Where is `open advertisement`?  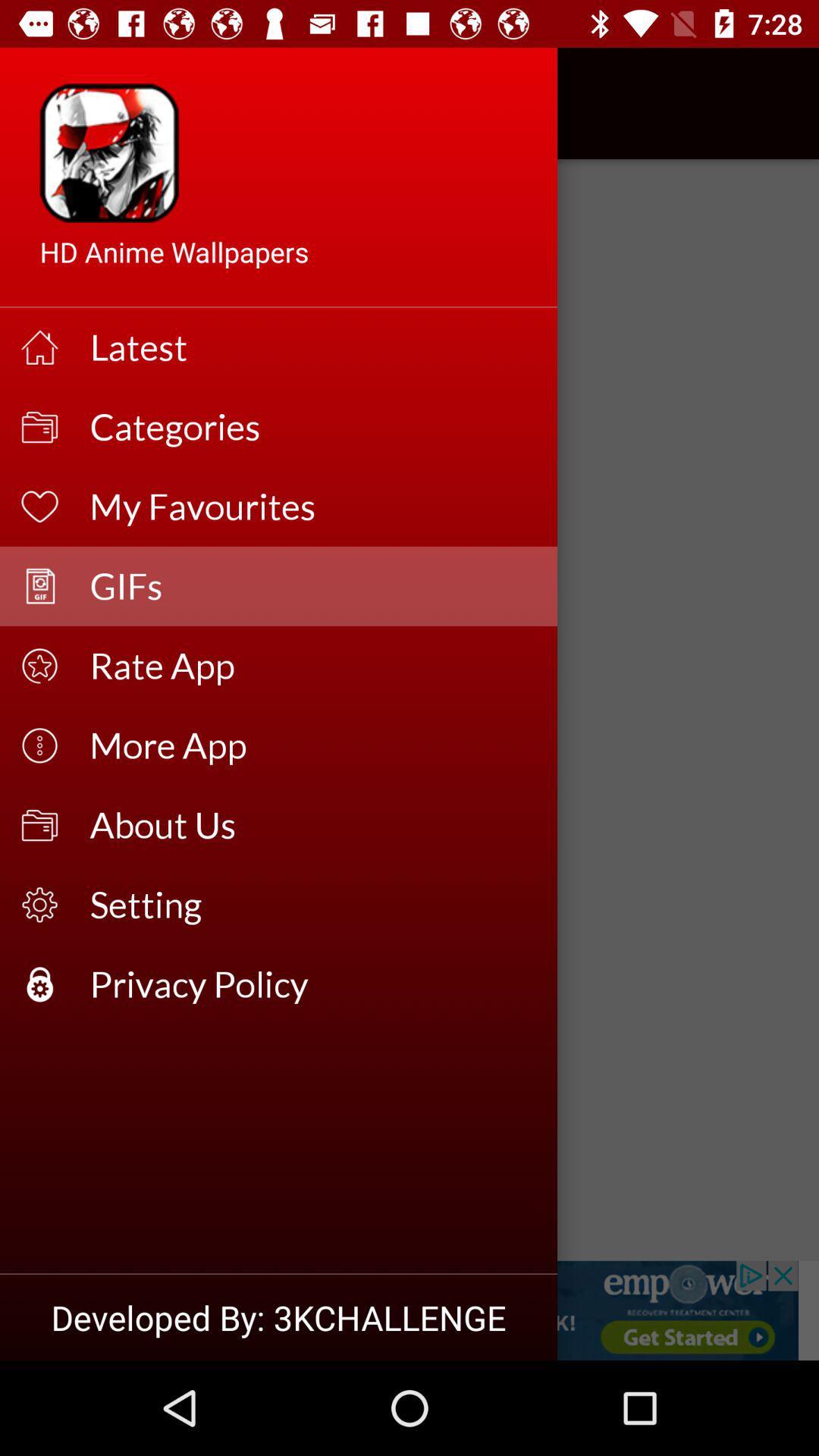 open advertisement is located at coordinates (409, 1310).